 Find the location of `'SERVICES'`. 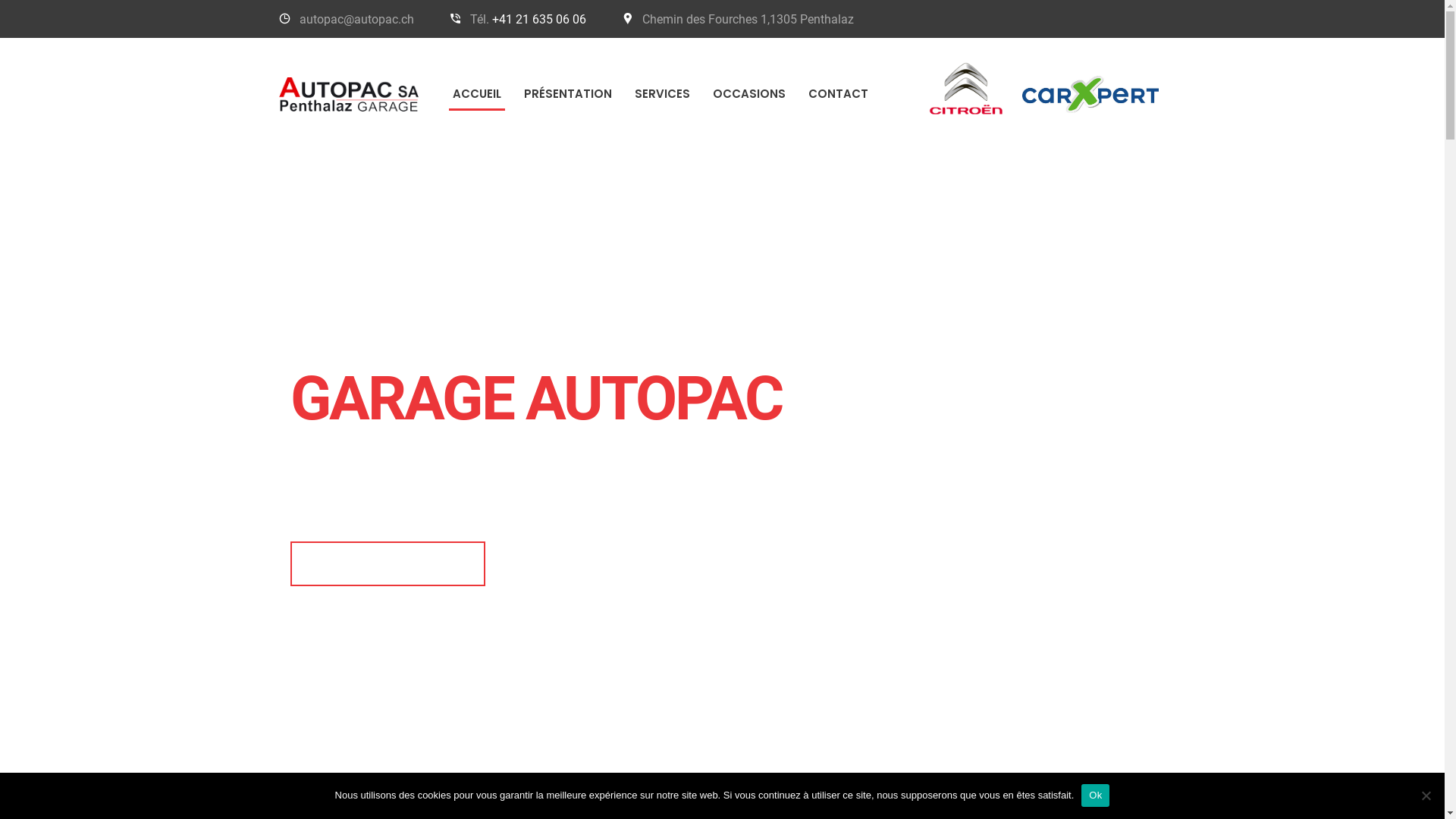

'SERVICES' is located at coordinates (623, 93).